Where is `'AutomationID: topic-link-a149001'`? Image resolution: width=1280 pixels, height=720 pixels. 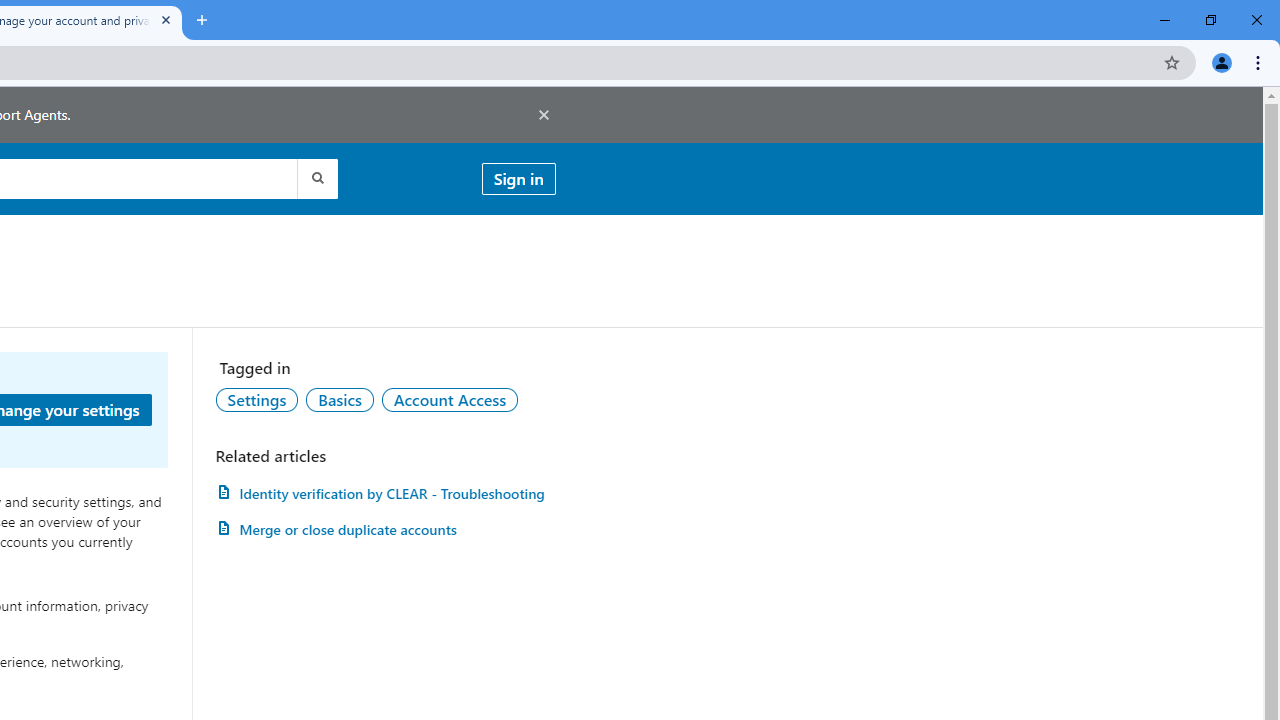
'AutomationID: topic-link-a149001' is located at coordinates (256, 399).